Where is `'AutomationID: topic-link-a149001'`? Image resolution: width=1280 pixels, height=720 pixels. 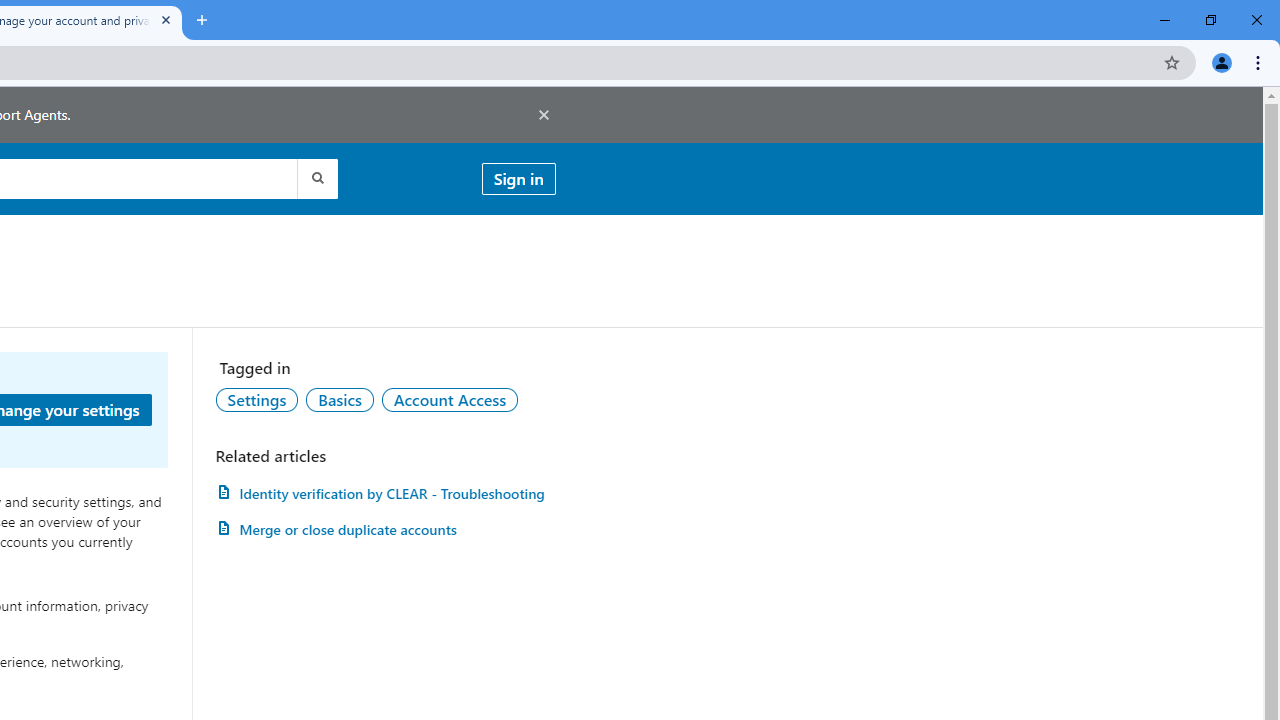
'AutomationID: topic-link-a149001' is located at coordinates (256, 399).